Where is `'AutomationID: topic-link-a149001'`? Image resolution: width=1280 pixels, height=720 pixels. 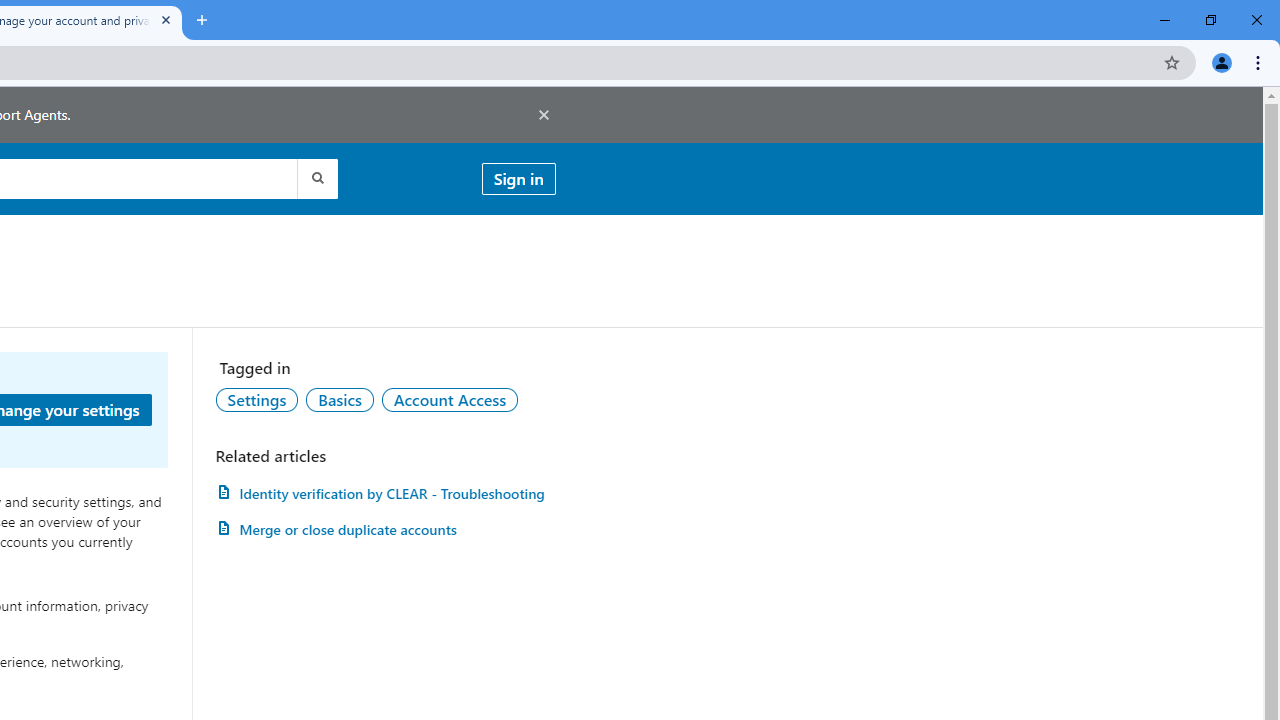
'AutomationID: topic-link-a149001' is located at coordinates (256, 399).